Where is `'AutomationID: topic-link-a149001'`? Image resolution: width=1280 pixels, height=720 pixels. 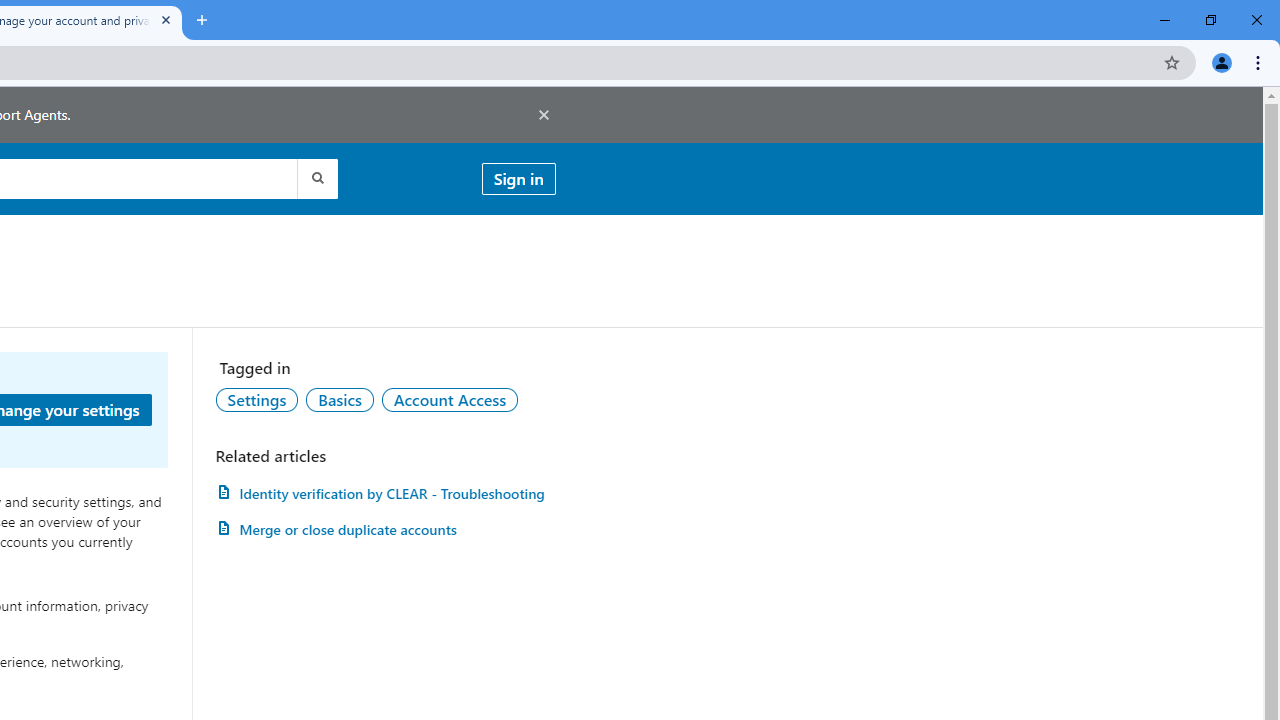
'AutomationID: topic-link-a149001' is located at coordinates (256, 399).